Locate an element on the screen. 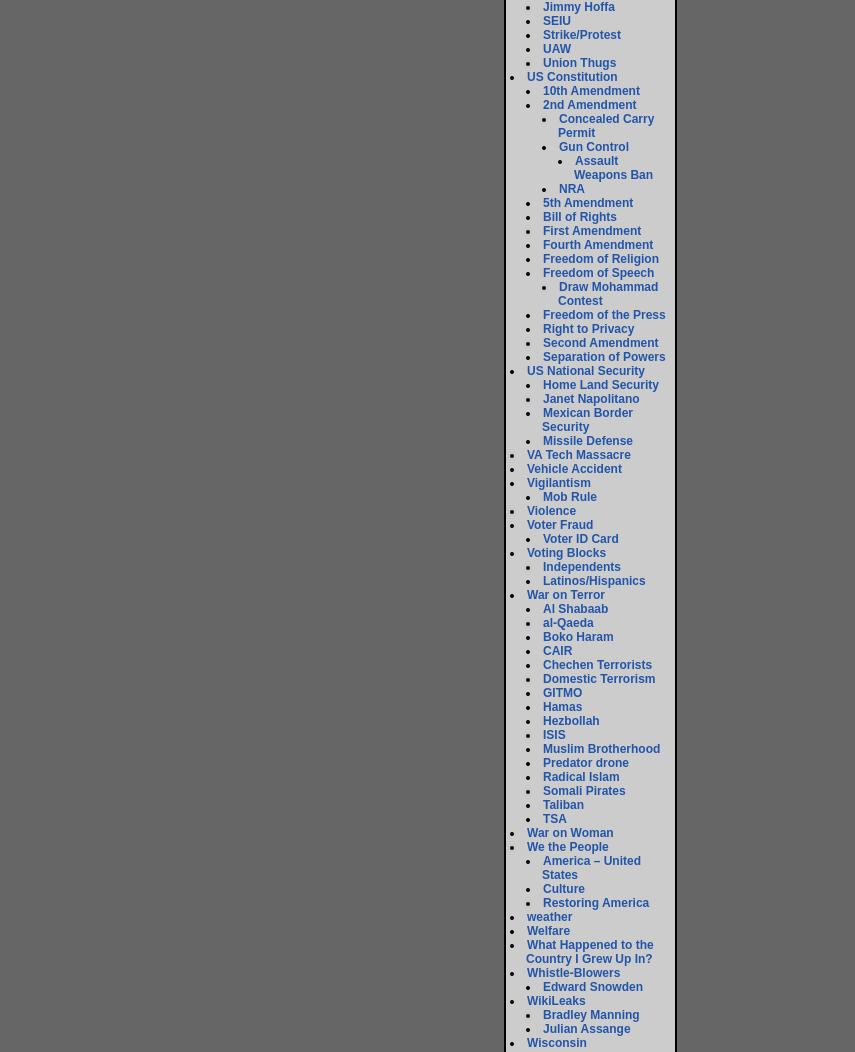 The width and height of the screenshot is (855, 1052). 'Al Shabaab' is located at coordinates (574, 608).